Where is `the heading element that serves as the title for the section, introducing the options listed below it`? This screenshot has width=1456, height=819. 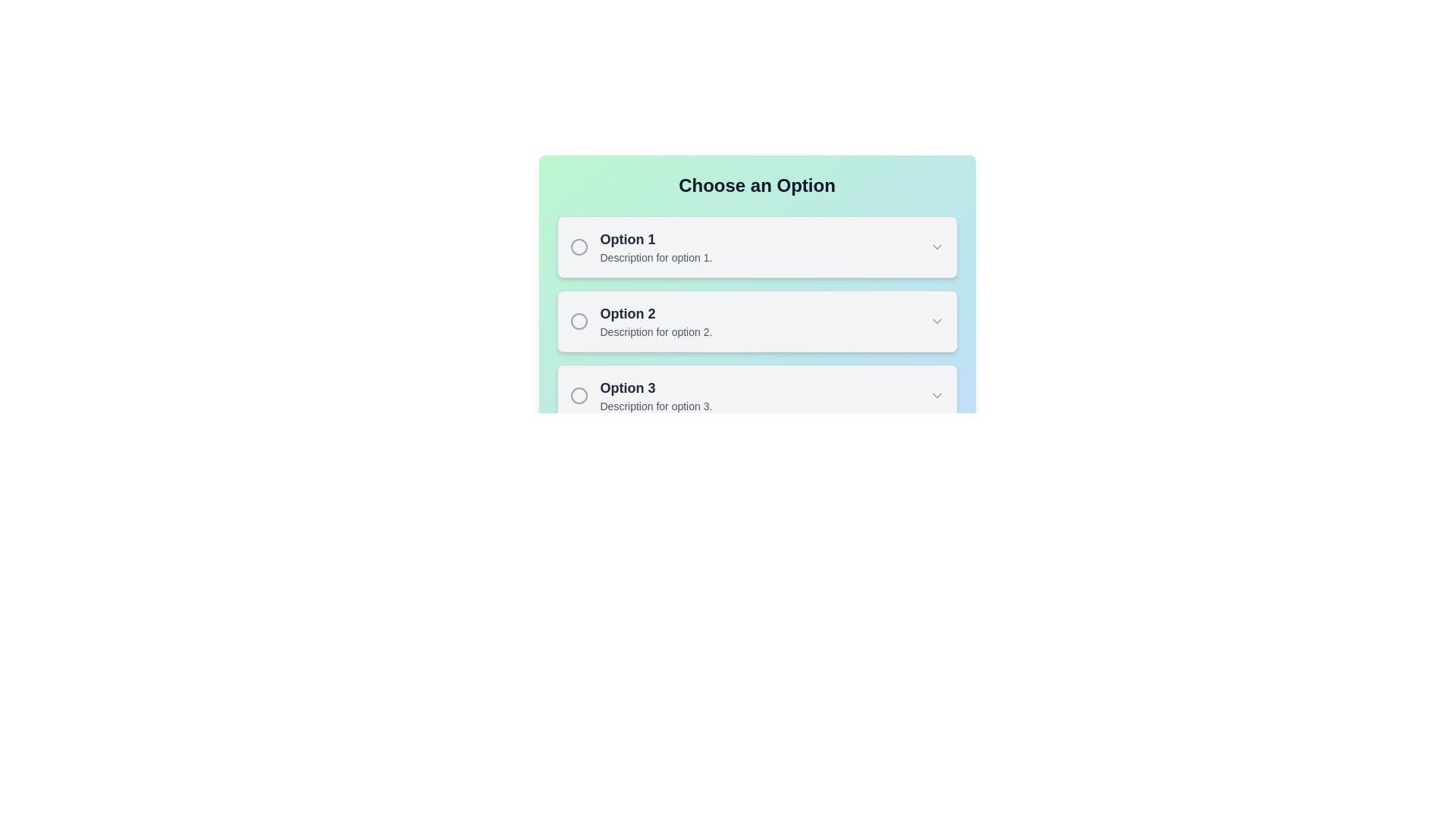 the heading element that serves as the title for the section, introducing the options listed below it is located at coordinates (757, 185).